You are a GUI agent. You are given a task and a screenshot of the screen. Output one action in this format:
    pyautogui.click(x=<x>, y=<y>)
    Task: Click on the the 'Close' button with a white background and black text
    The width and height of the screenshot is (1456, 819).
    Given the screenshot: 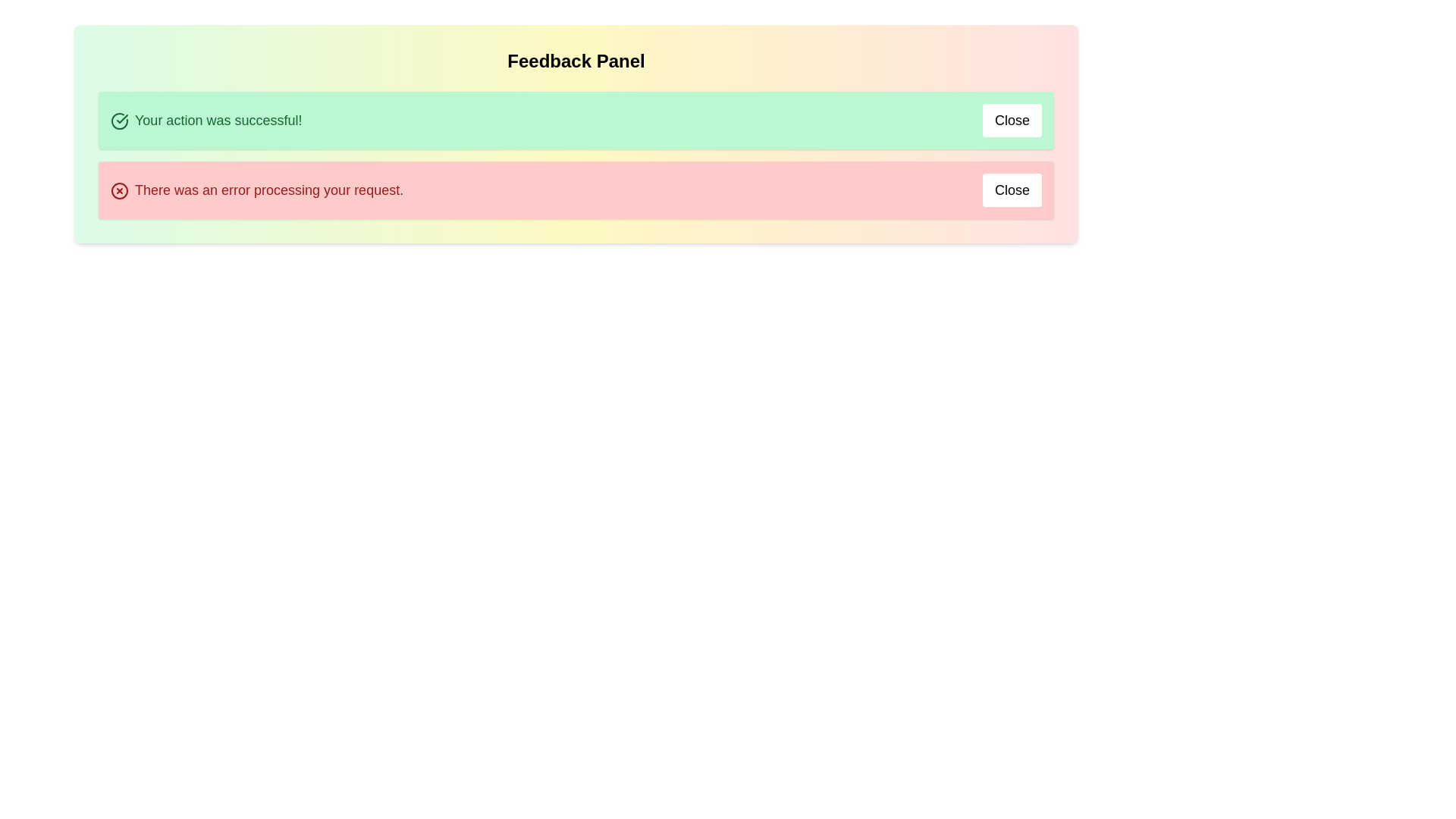 What is the action you would take?
    pyautogui.click(x=1012, y=189)
    